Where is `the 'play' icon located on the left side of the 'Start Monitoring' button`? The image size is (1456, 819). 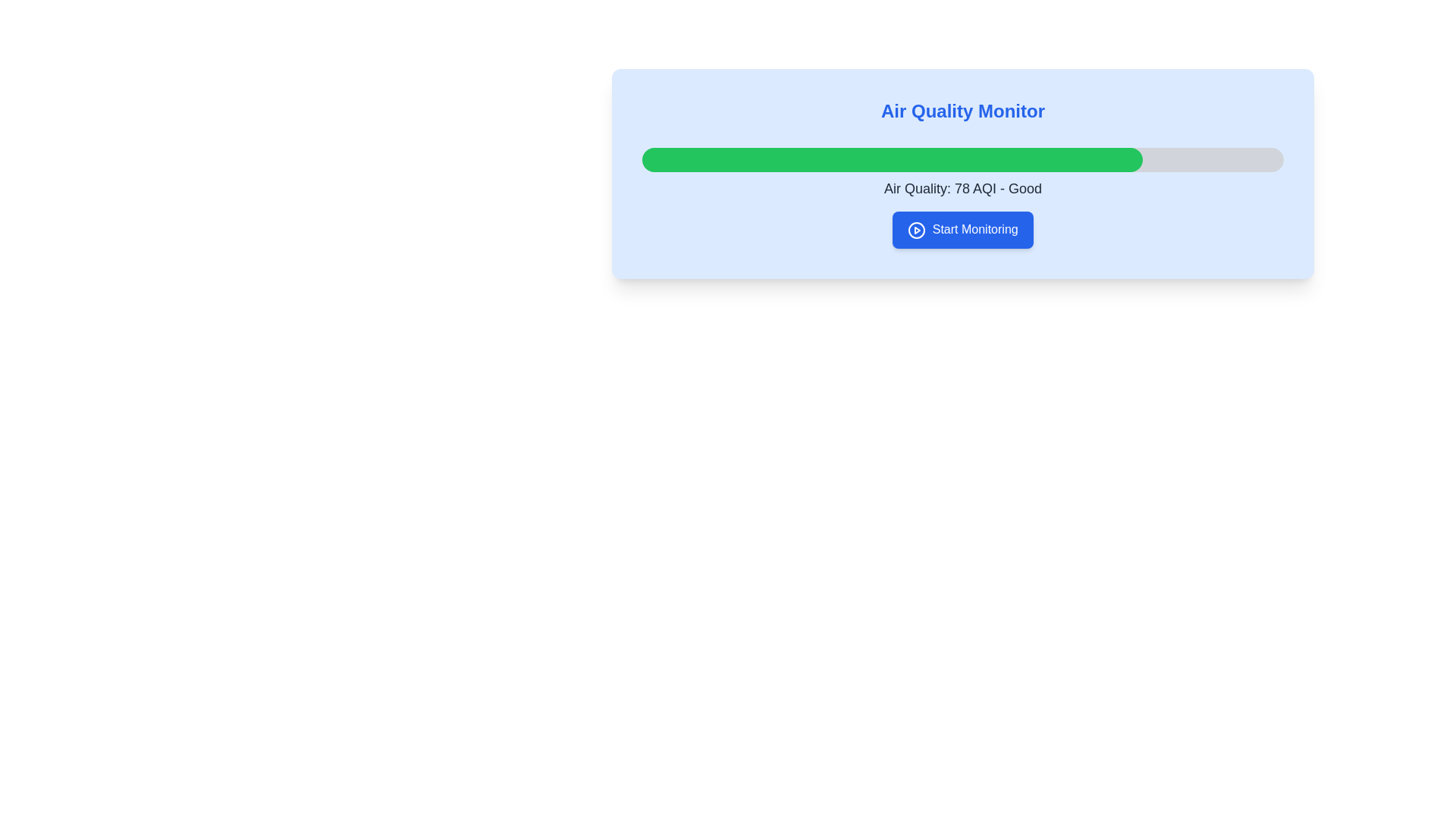 the 'play' icon located on the left side of the 'Start Monitoring' button is located at coordinates (916, 230).